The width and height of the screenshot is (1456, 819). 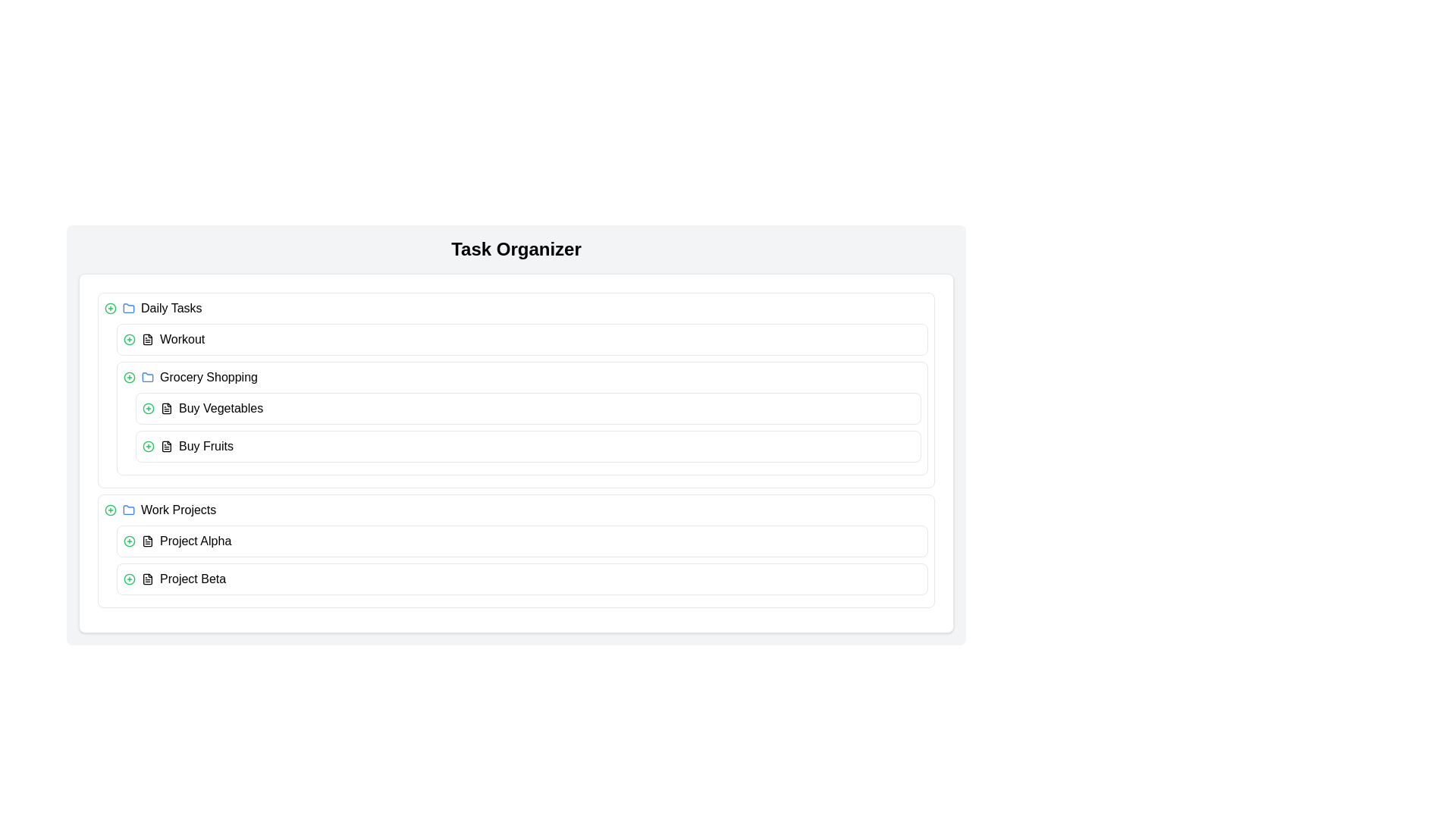 I want to click on the 'Add' button associated with the 'Project Alpha' task under the 'Work Projects' category, so click(x=130, y=540).